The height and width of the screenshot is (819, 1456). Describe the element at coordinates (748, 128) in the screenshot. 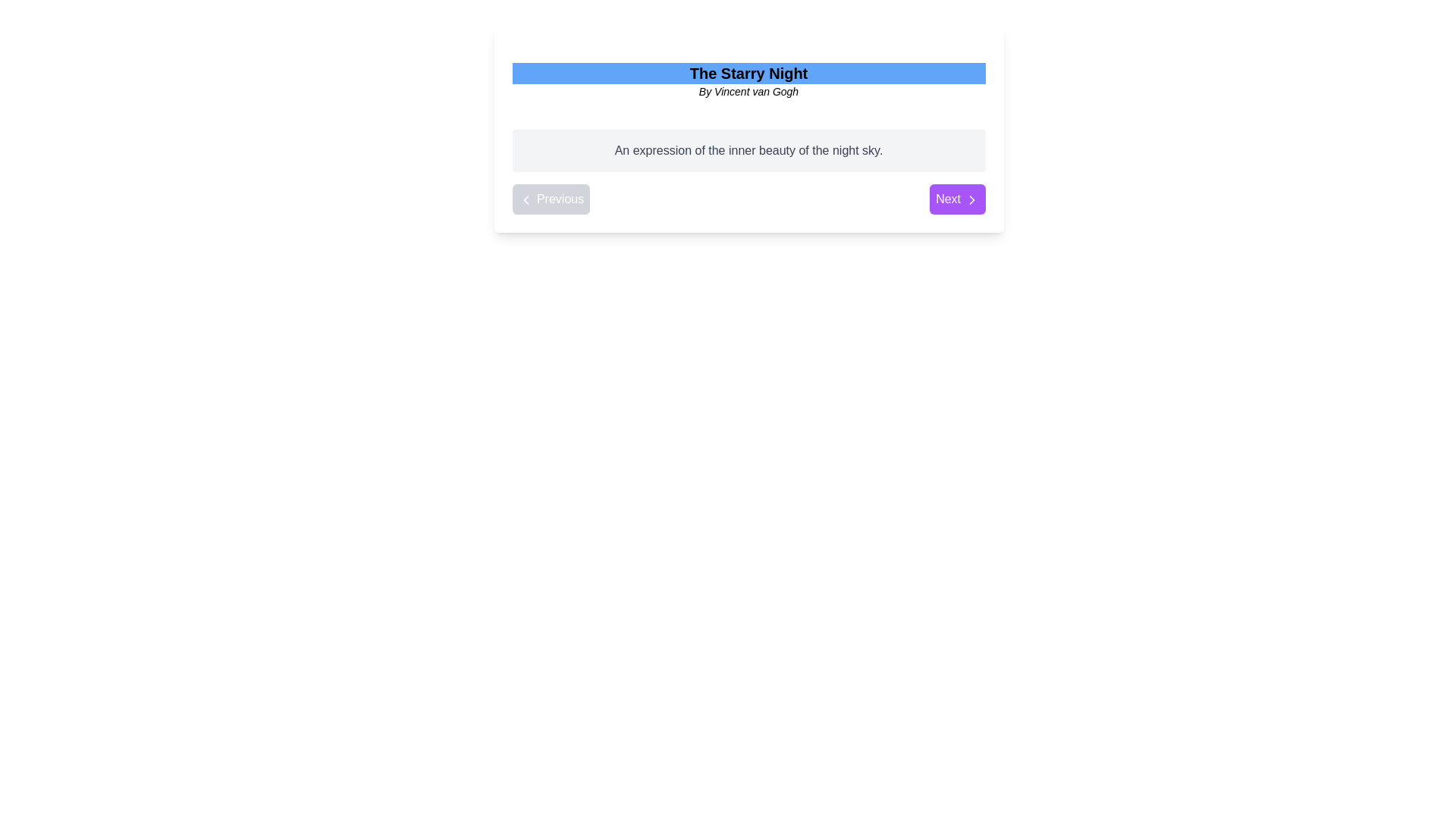

I see `description of 'The Starry Night' painting displayed on the Card component, which is centered in the middle top area of the interface` at that location.